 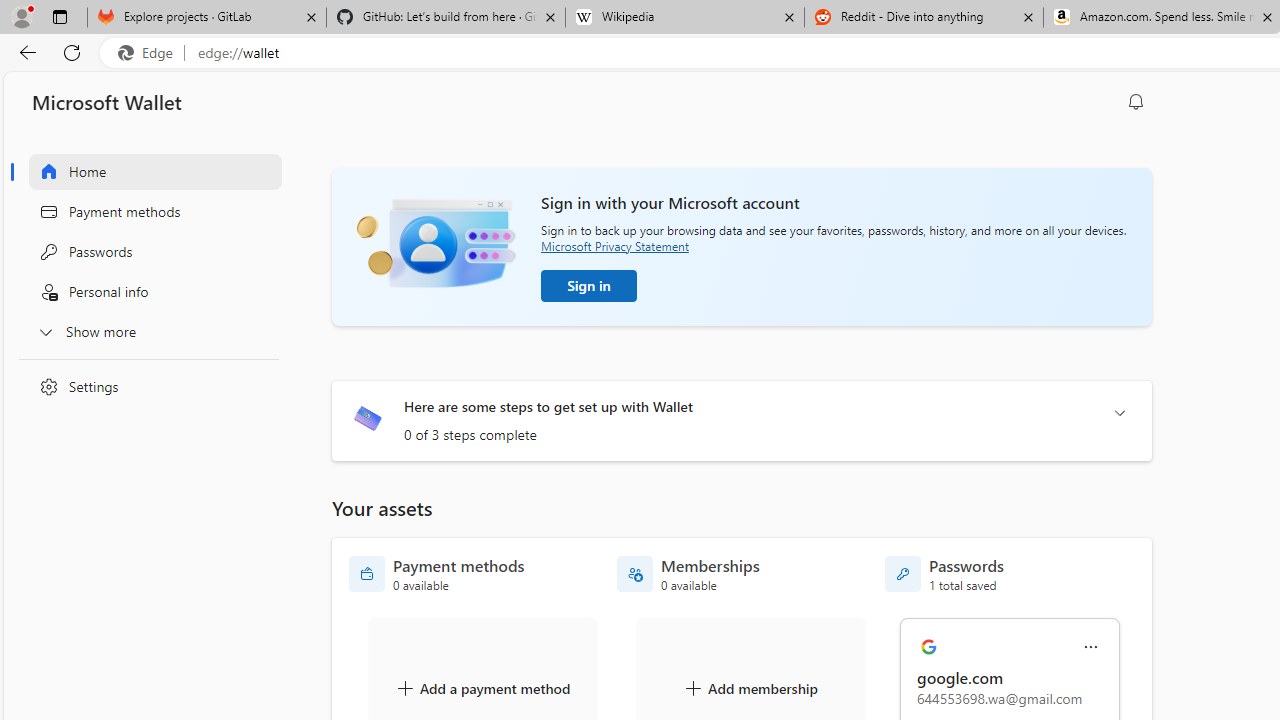 What do you see at coordinates (149, 52) in the screenshot?
I see `'Edge'` at bounding box center [149, 52].